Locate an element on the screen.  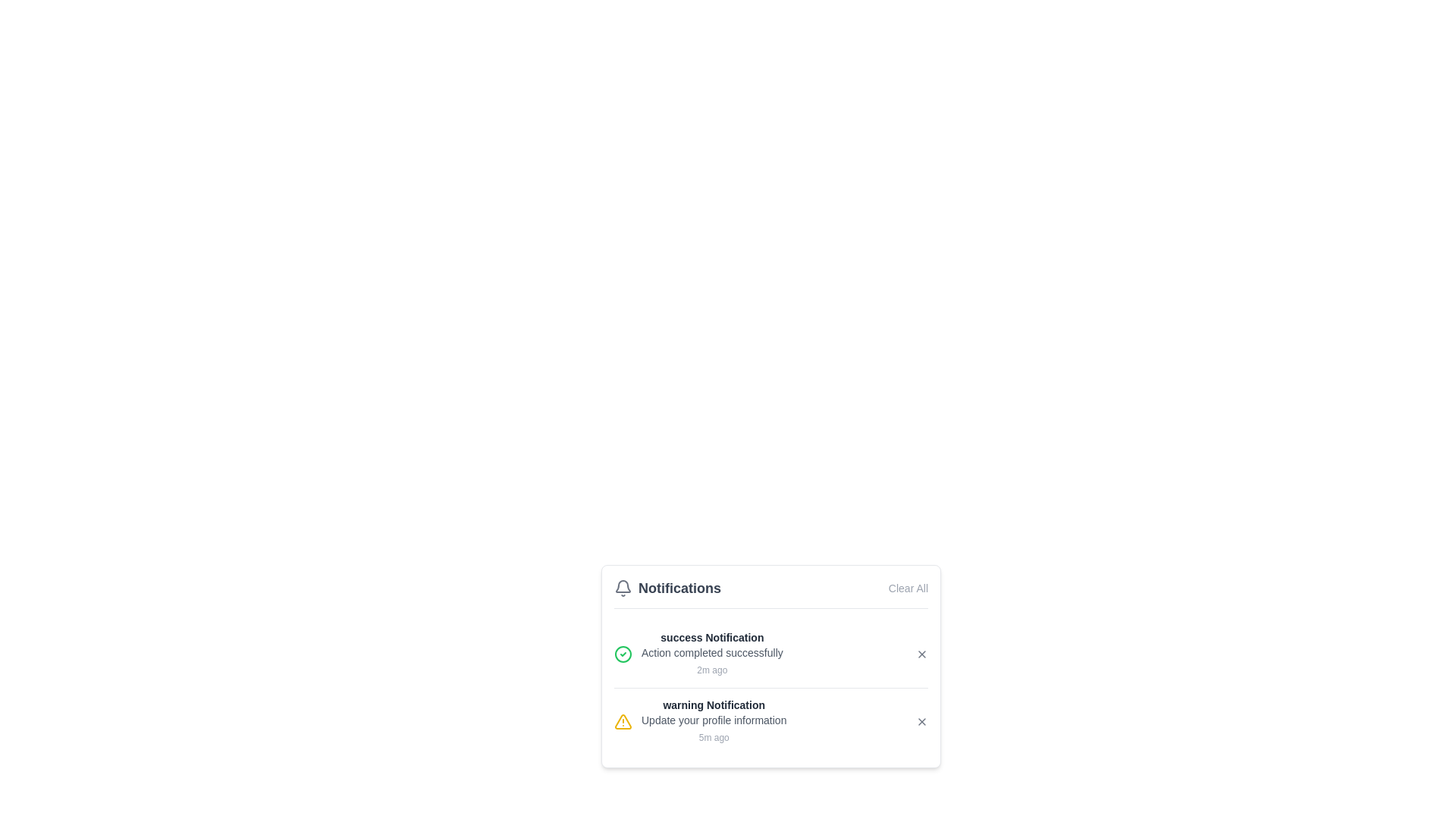
the Timestamp label located at the bottom-right corner of the notification displaying the warning message 'Update your profile information.' is located at coordinates (713, 736).